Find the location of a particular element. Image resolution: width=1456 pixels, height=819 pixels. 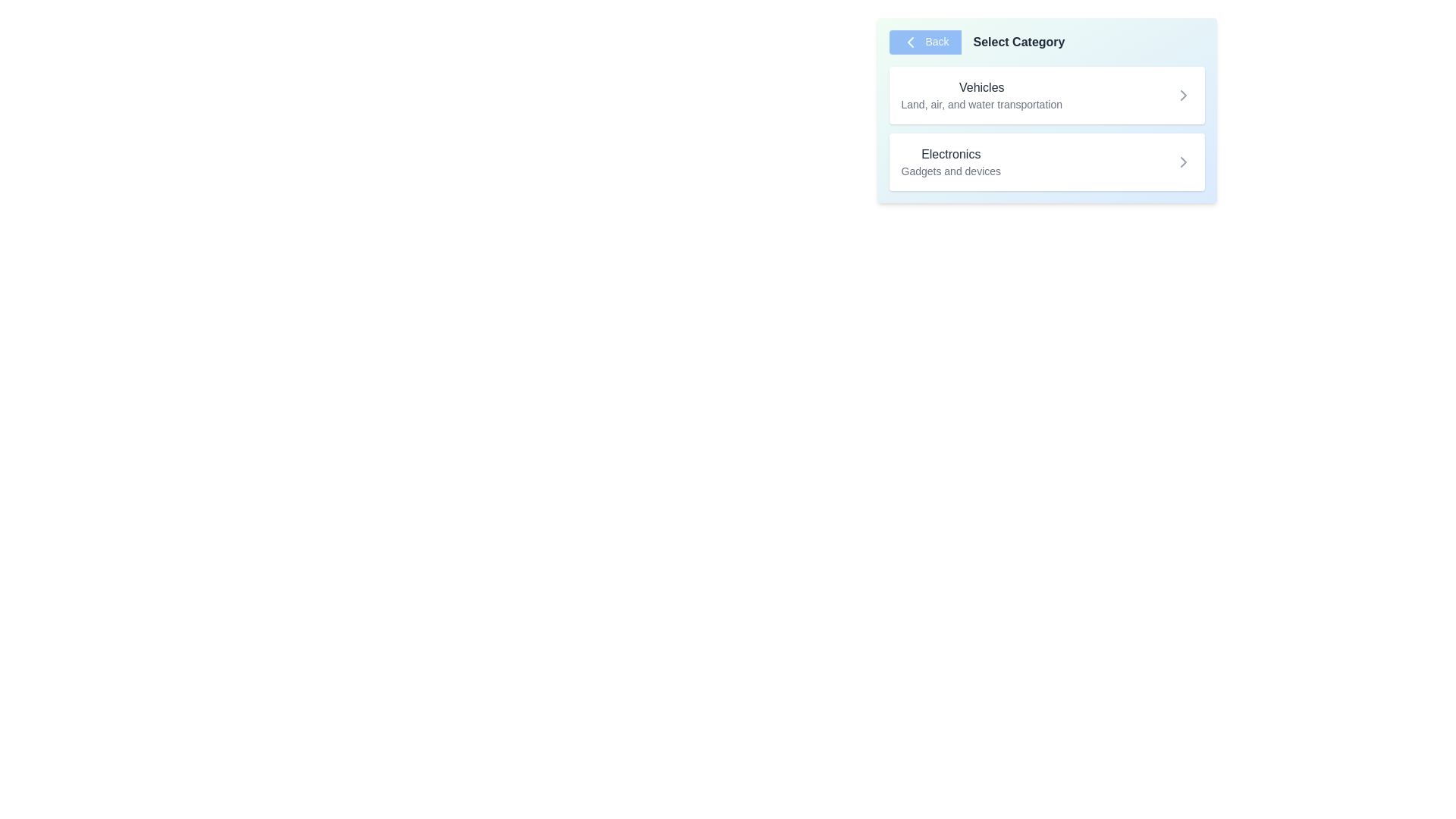

the right-pointing chevron icon that signifies navigation or progression, located at the far right of the 'Electronics' category entry is located at coordinates (1182, 162).